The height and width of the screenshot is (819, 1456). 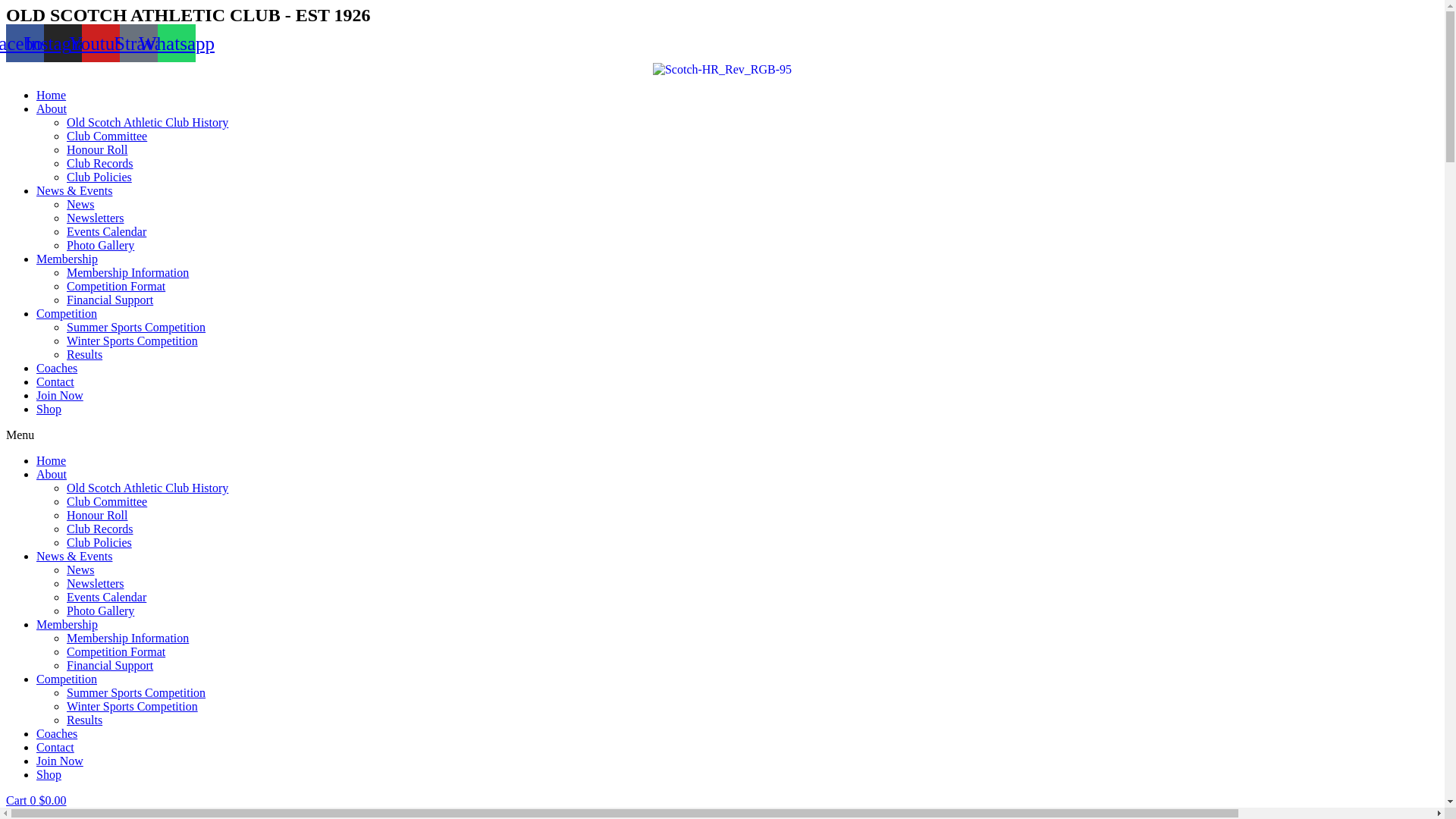 I want to click on 'Strava', so click(x=138, y=42).